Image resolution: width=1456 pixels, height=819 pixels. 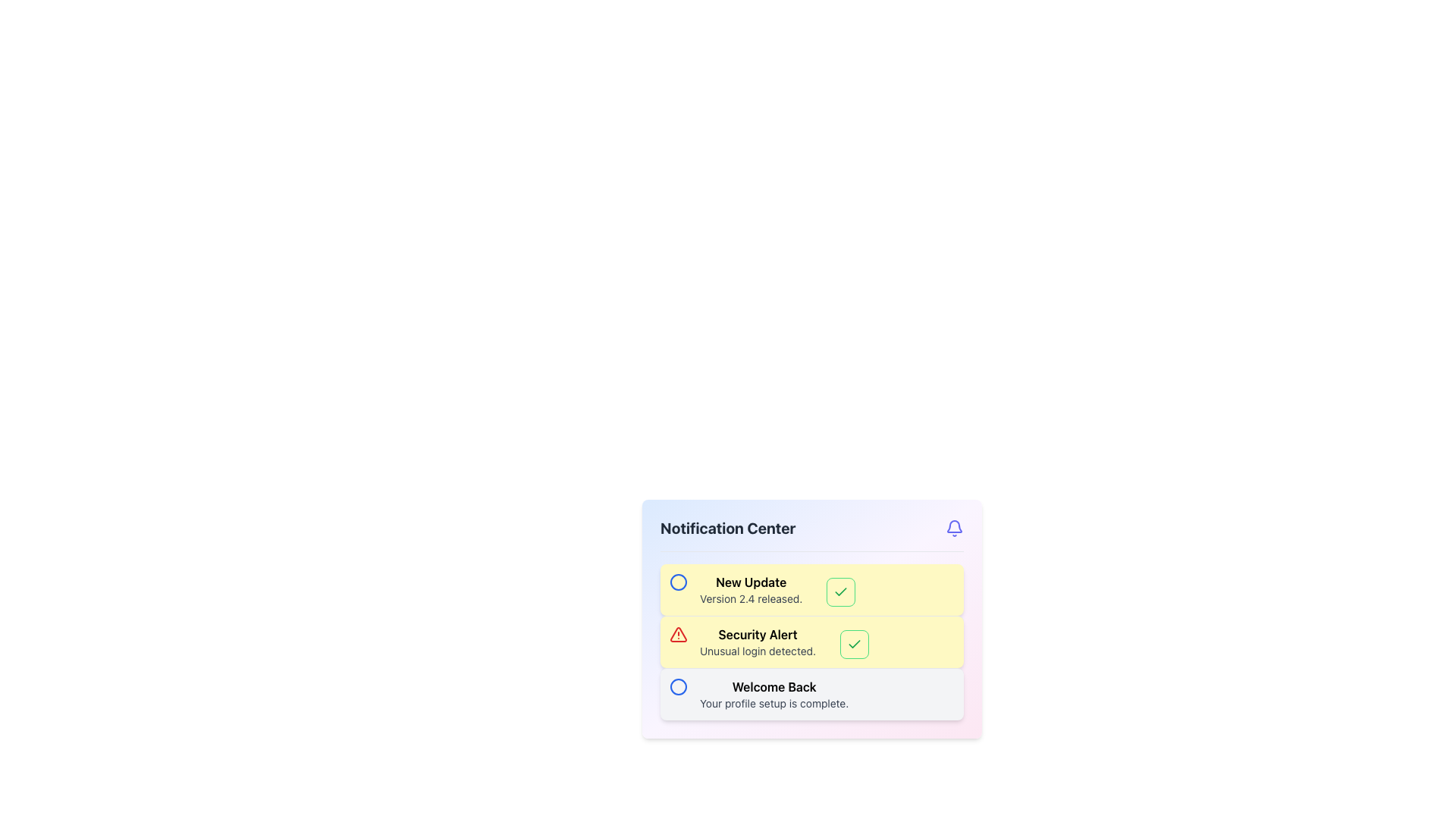 What do you see at coordinates (774, 694) in the screenshot?
I see `the text notification informing the user that their profile setup process has been completed, located below the 'New Update' and 'Security Alert' notifications` at bounding box center [774, 694].